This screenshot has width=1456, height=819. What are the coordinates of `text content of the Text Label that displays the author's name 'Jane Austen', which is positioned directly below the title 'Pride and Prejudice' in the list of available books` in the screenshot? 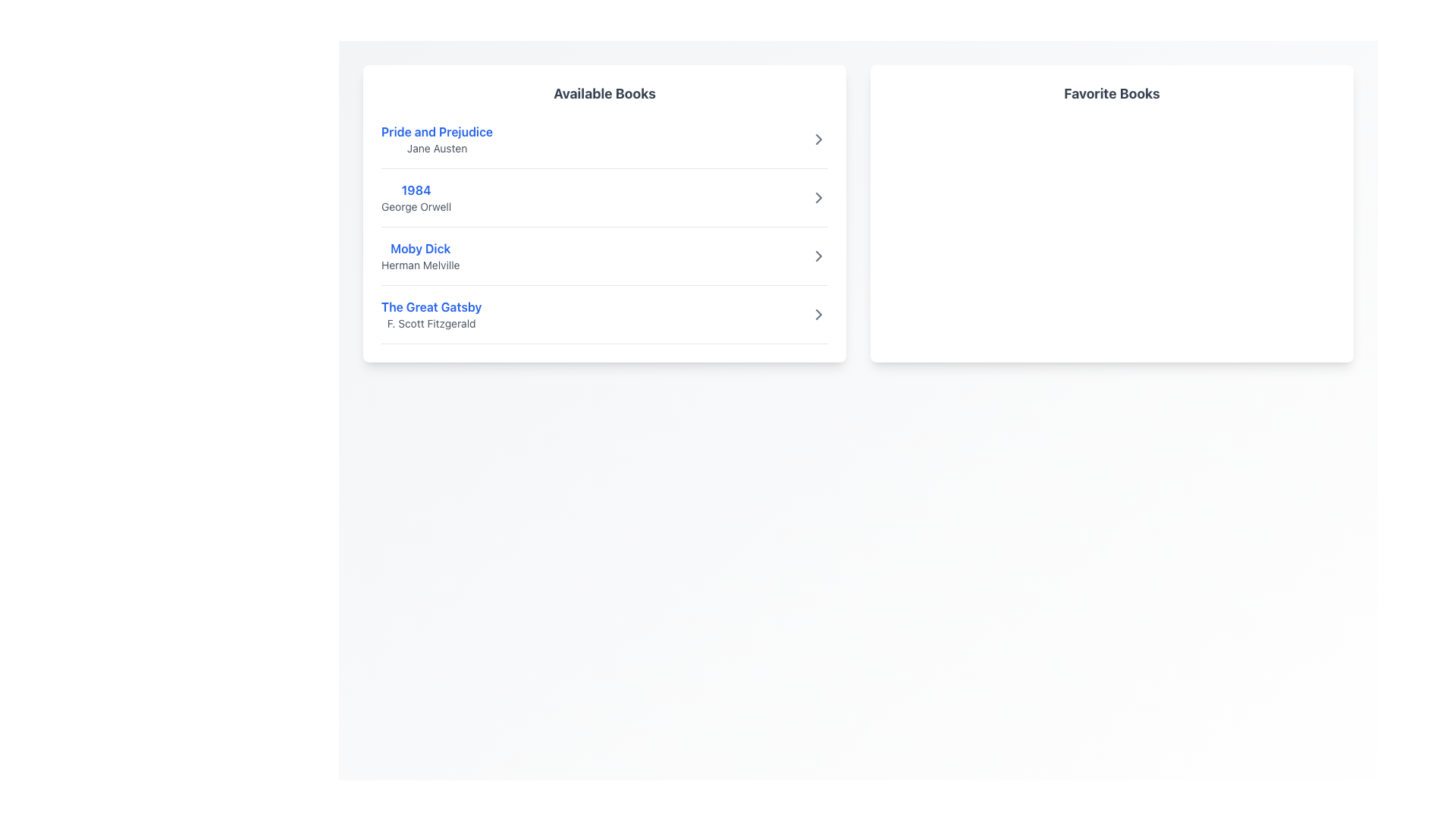 It's located at (436, 149).